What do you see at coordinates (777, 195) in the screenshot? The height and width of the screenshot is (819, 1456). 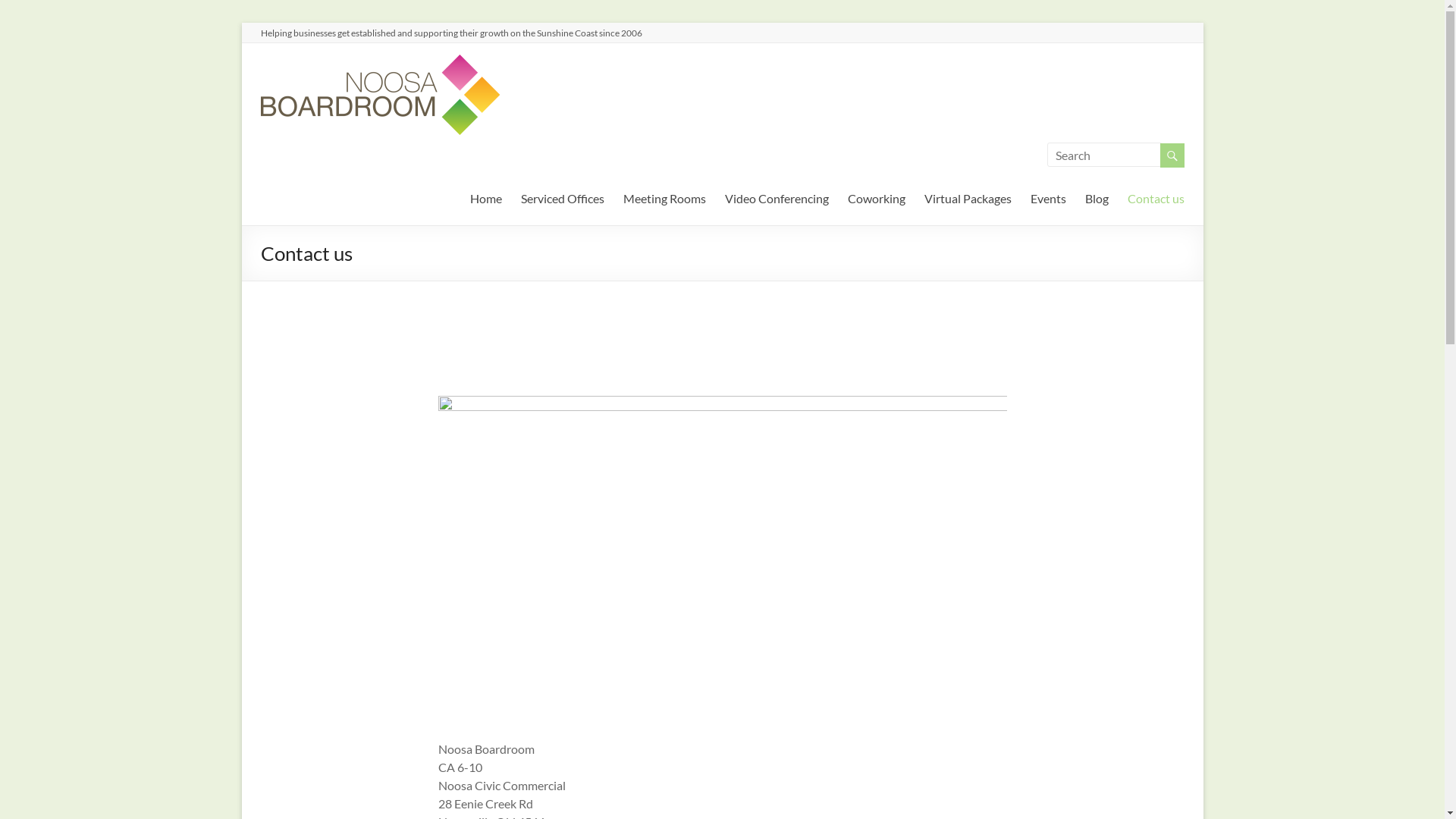 I see `'Video Conferencing'` at bounding box center [777, 195].